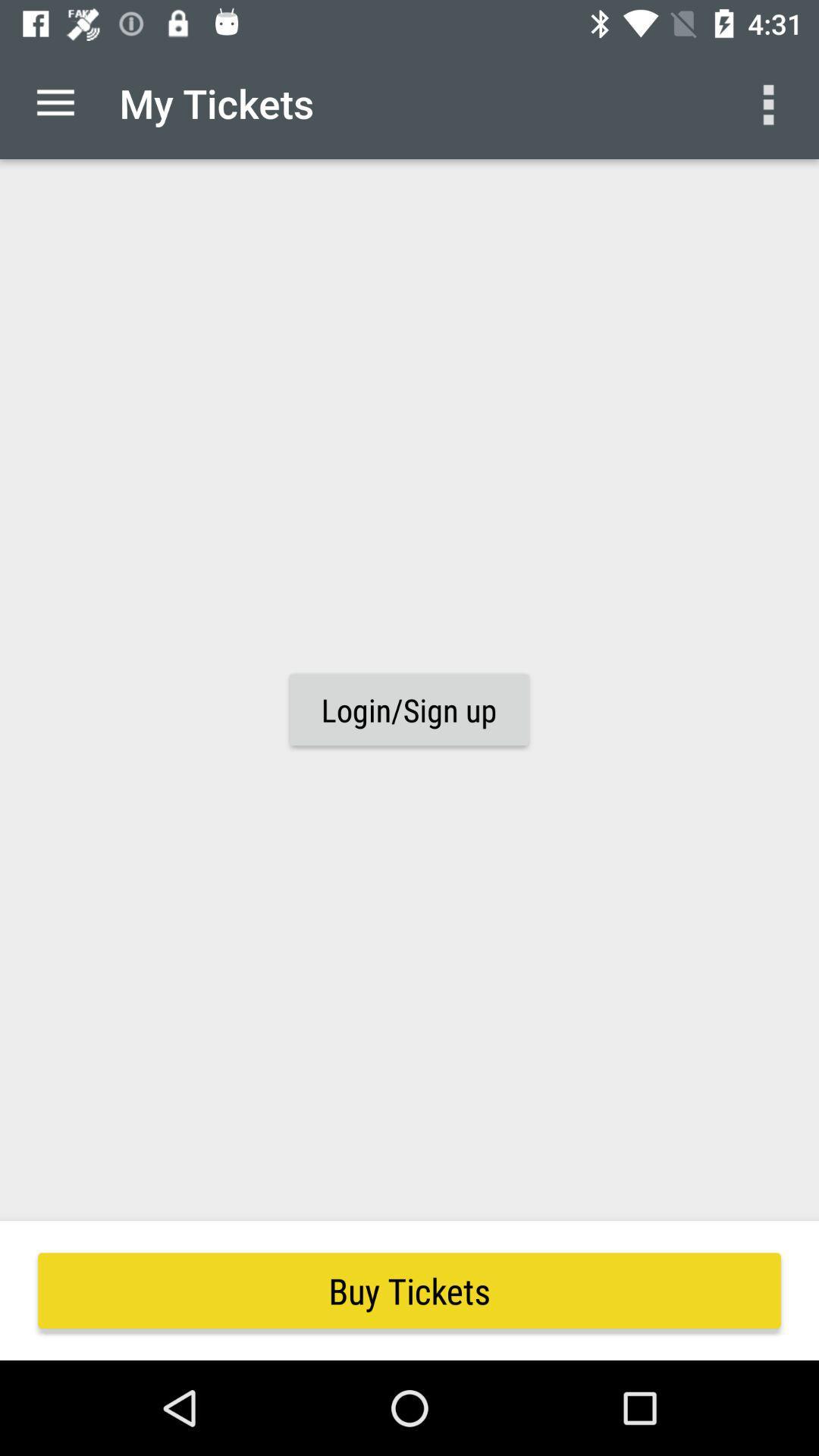  Describe the element at coordinates (771, 102) in the screenshot. I see `the icon above buy tickets item` at that location.